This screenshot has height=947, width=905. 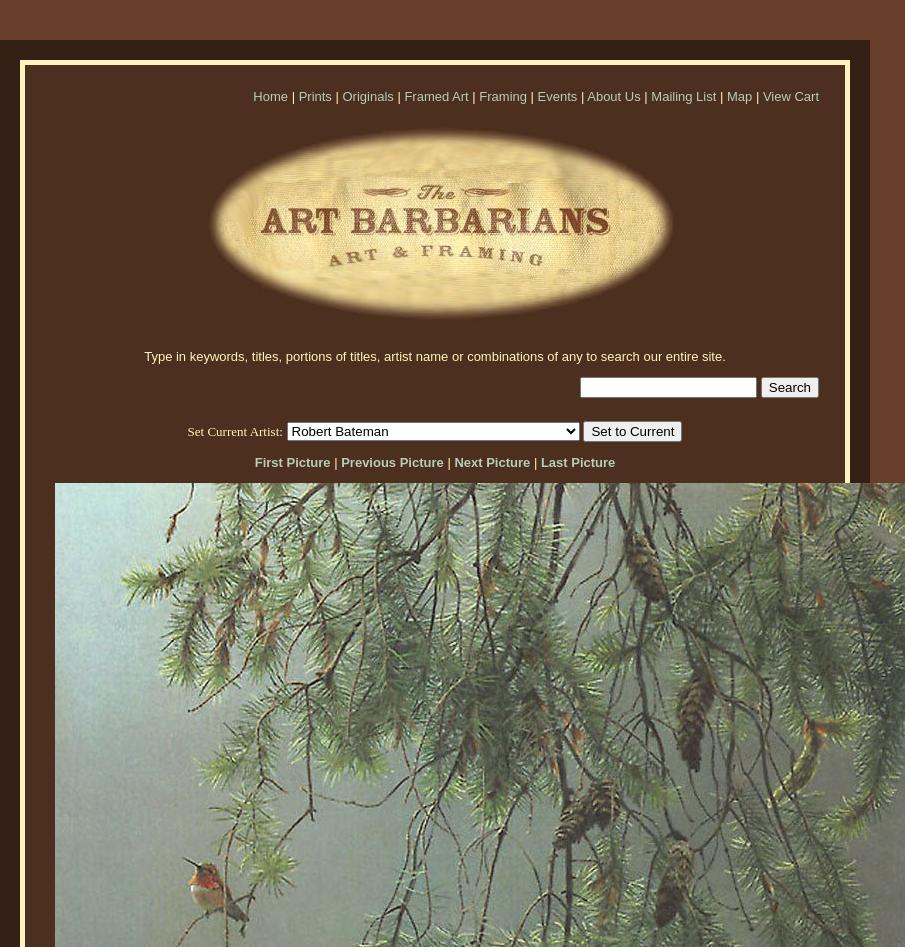 What do you see at coordinates (738, 95) in the screenshot?
I see `'Map'` at bounding box center [738, 95].